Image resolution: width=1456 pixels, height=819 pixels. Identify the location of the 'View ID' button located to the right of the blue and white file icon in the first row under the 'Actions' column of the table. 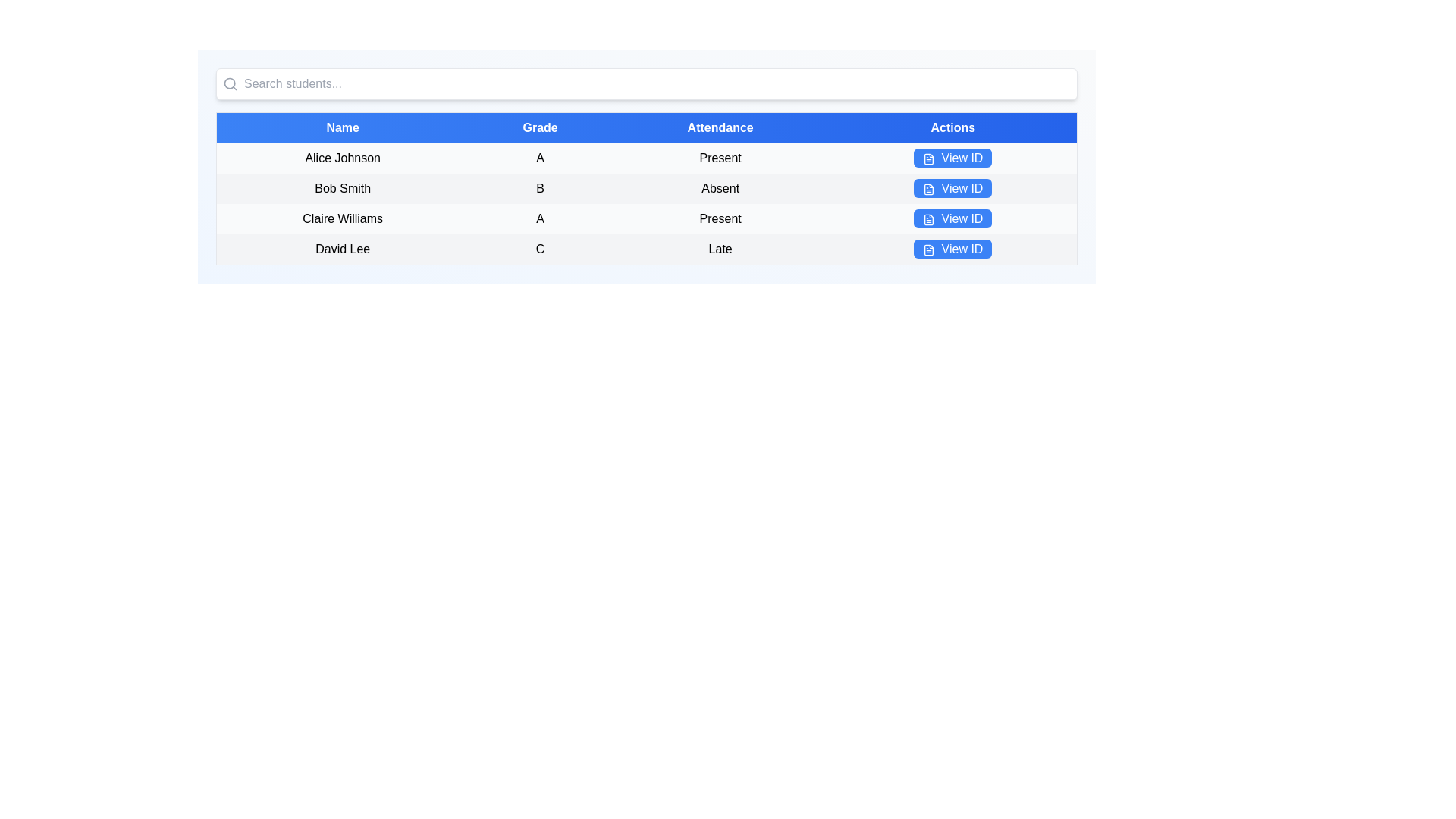
(928, 158).